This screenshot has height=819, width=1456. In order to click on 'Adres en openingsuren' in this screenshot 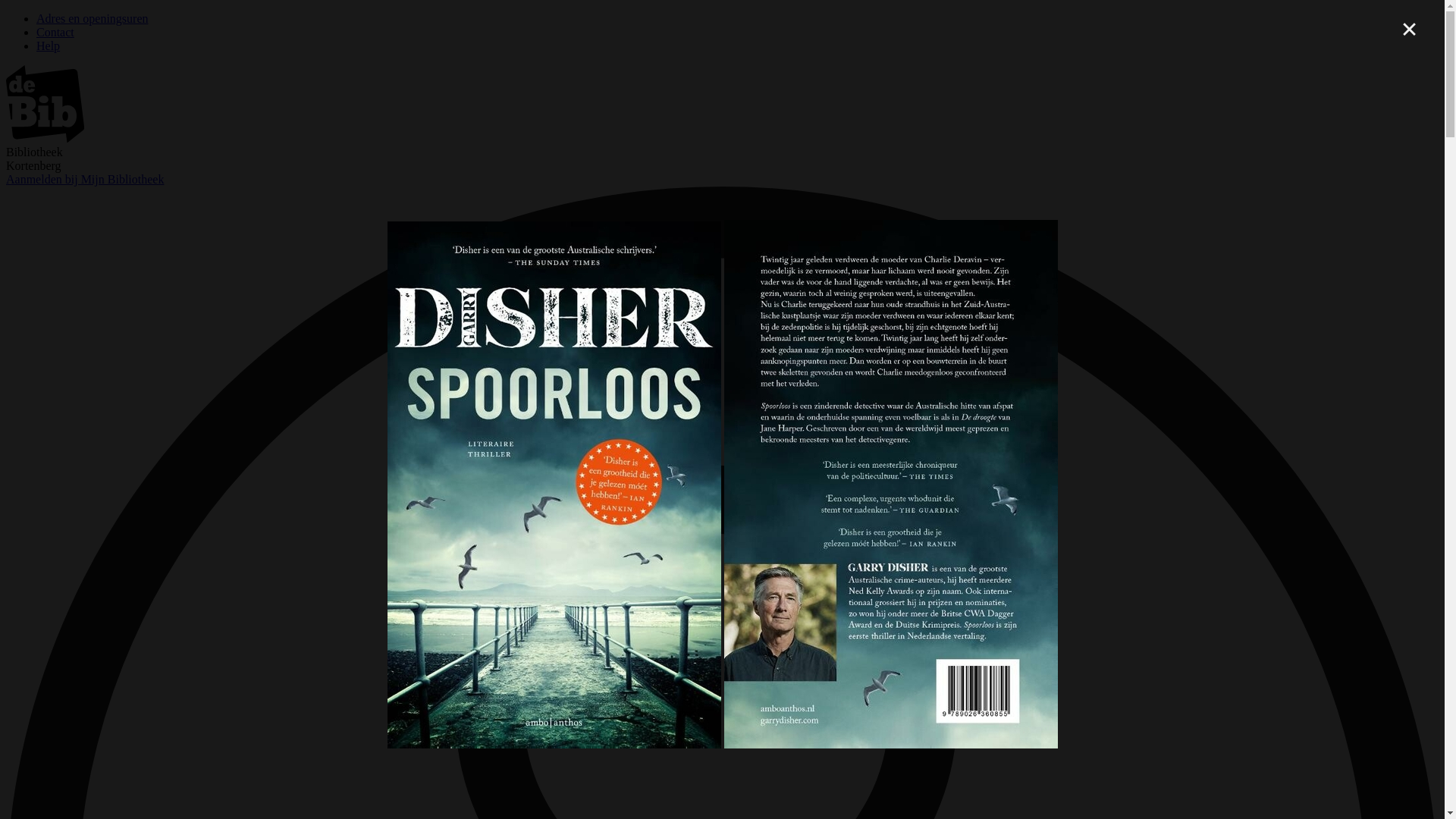, I will do `click(91, 18)`.